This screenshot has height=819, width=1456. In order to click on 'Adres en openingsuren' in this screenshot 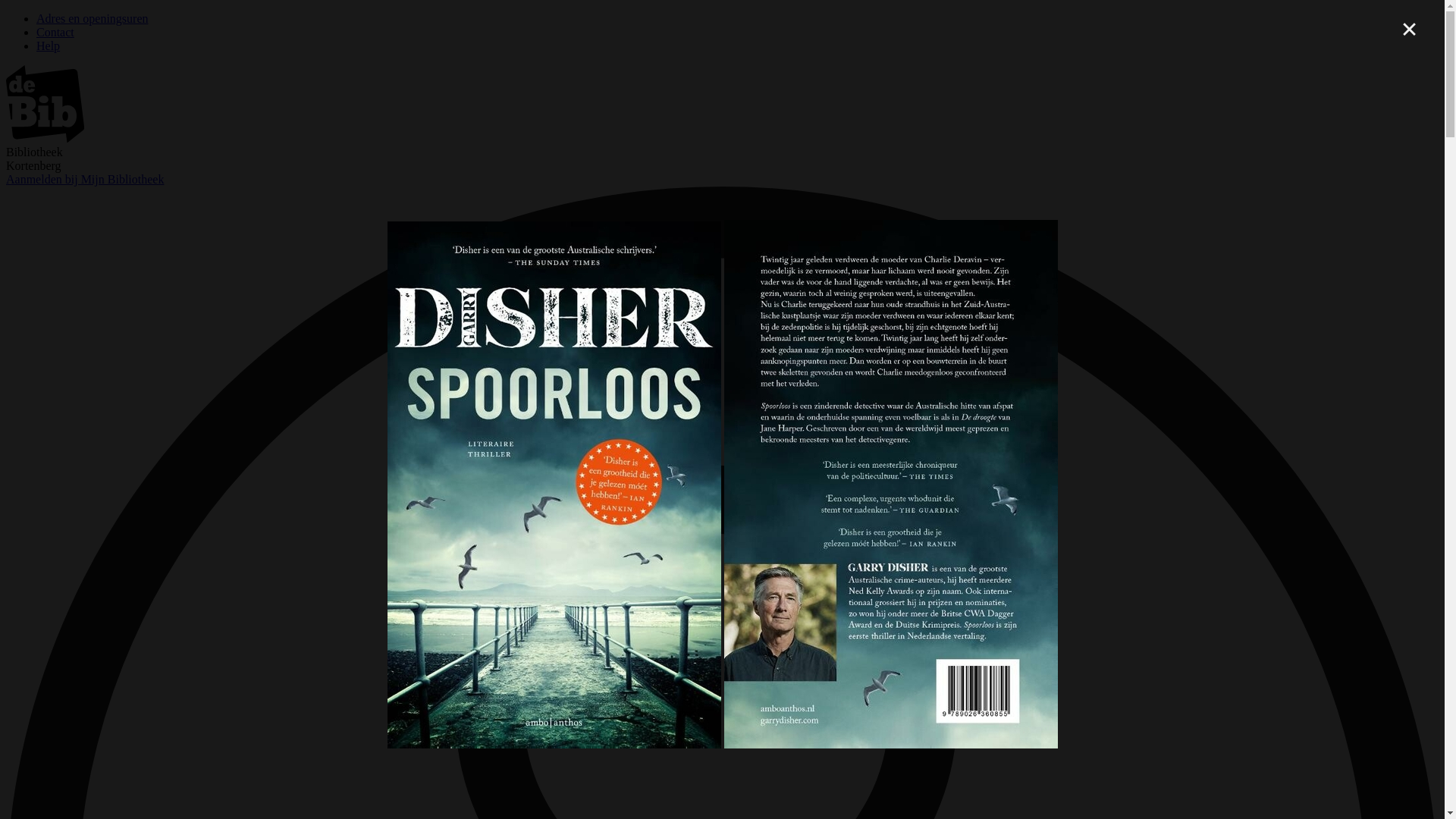, I will do `click(91, 18)`.